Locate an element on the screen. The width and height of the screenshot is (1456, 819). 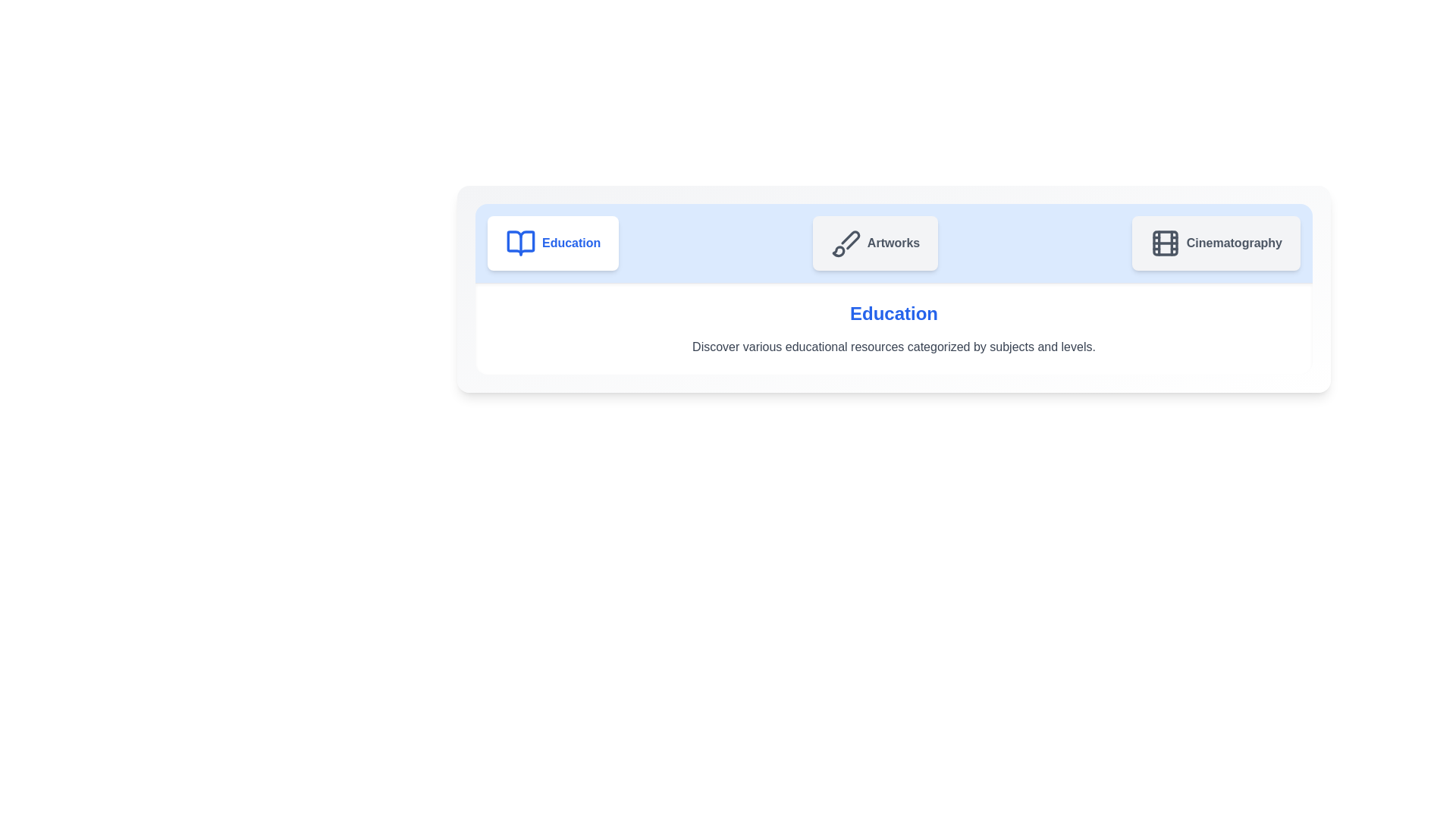
the Education tab to navigate to its content is located at coordinates (552, 242).